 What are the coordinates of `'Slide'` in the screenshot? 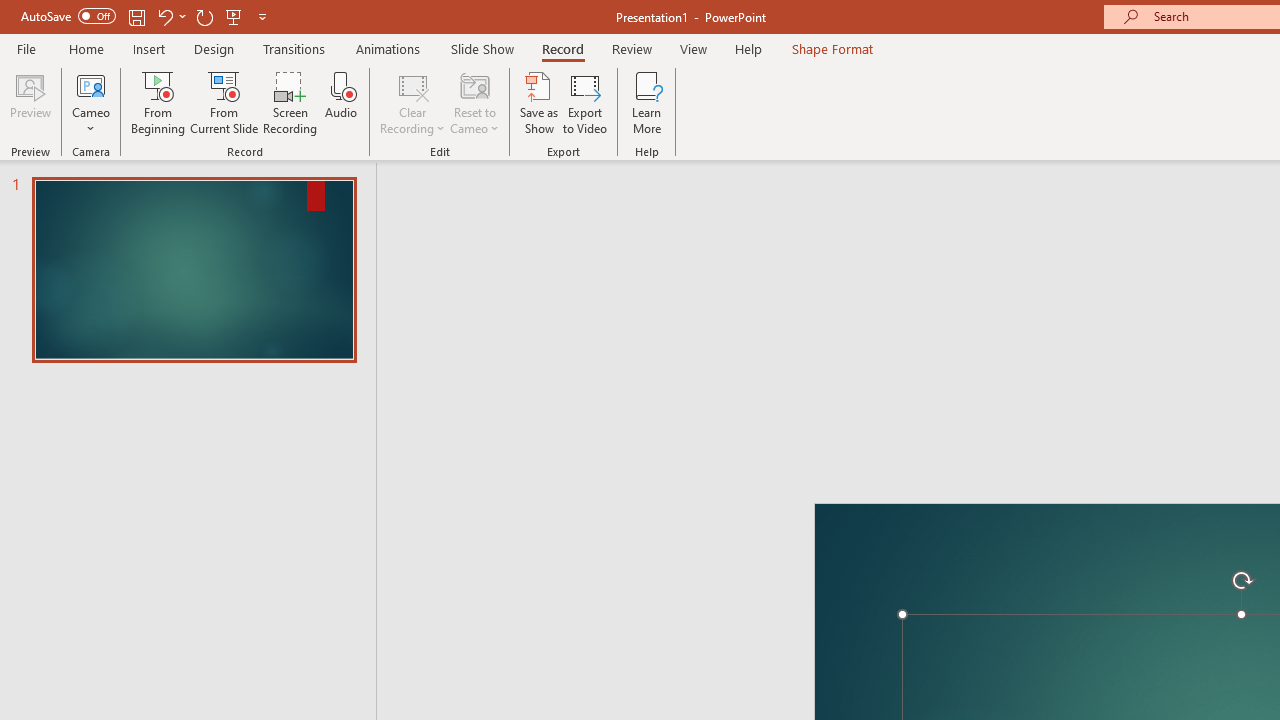 It's located at (194, 270).